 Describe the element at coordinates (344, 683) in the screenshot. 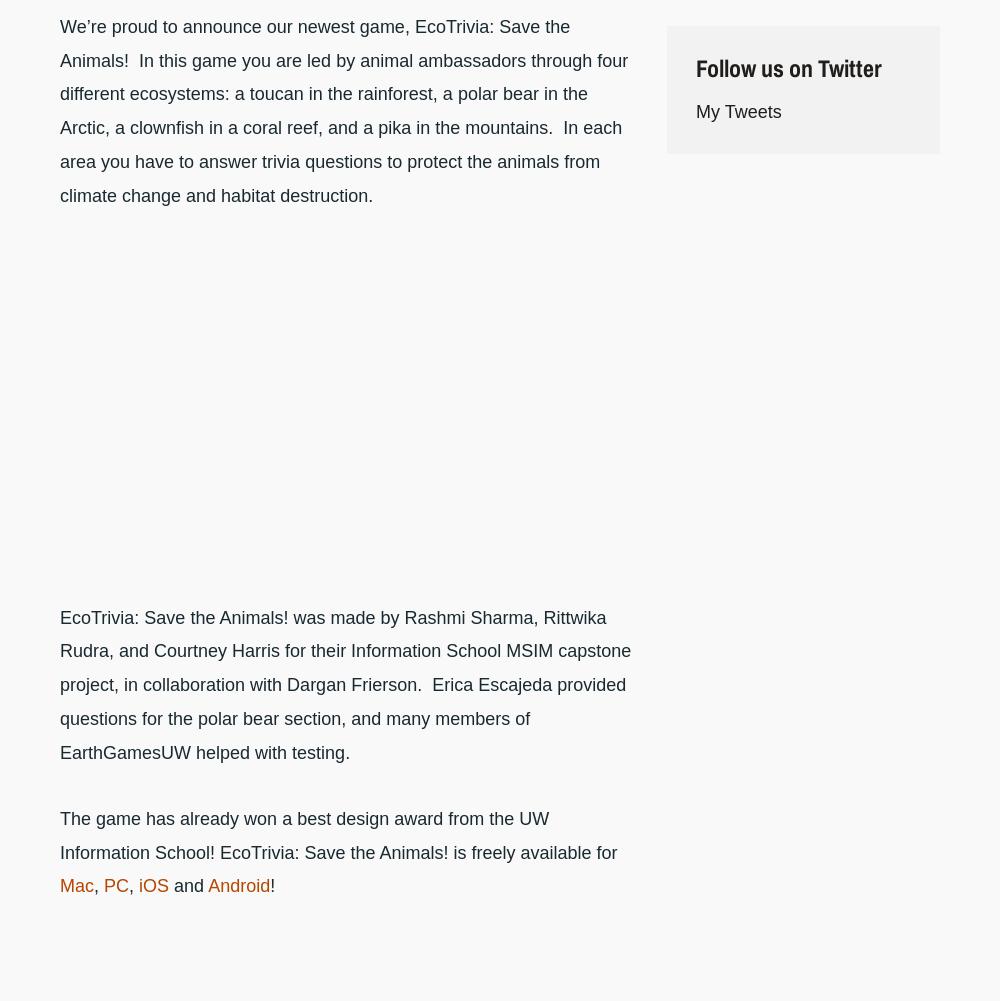

I see `'EcoTrivia: Save the Animals! was made by Rashmi Sharma, Rittwika Rudra, and Courtney Harris for their Information School MSIM capstone project, in collaboration with Dargan Frierson.  Erica Escajeda provided questions for the polar bear section, and many members of EarthGamesUW helped with testing.'` at that location.